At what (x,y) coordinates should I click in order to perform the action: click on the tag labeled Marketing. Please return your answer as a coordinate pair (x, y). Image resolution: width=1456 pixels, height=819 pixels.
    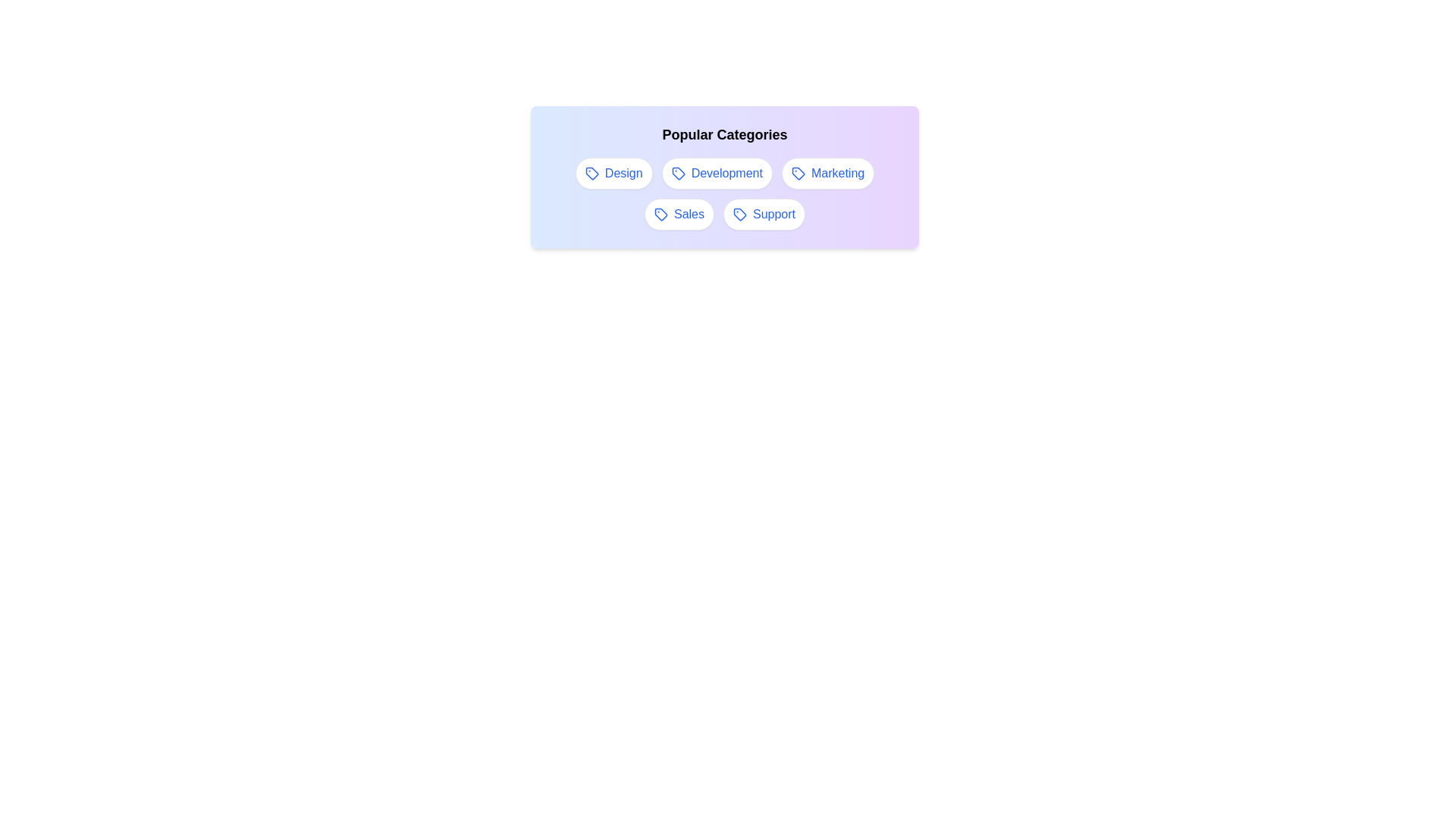
    Looking at the image, I should click on (827, 172).